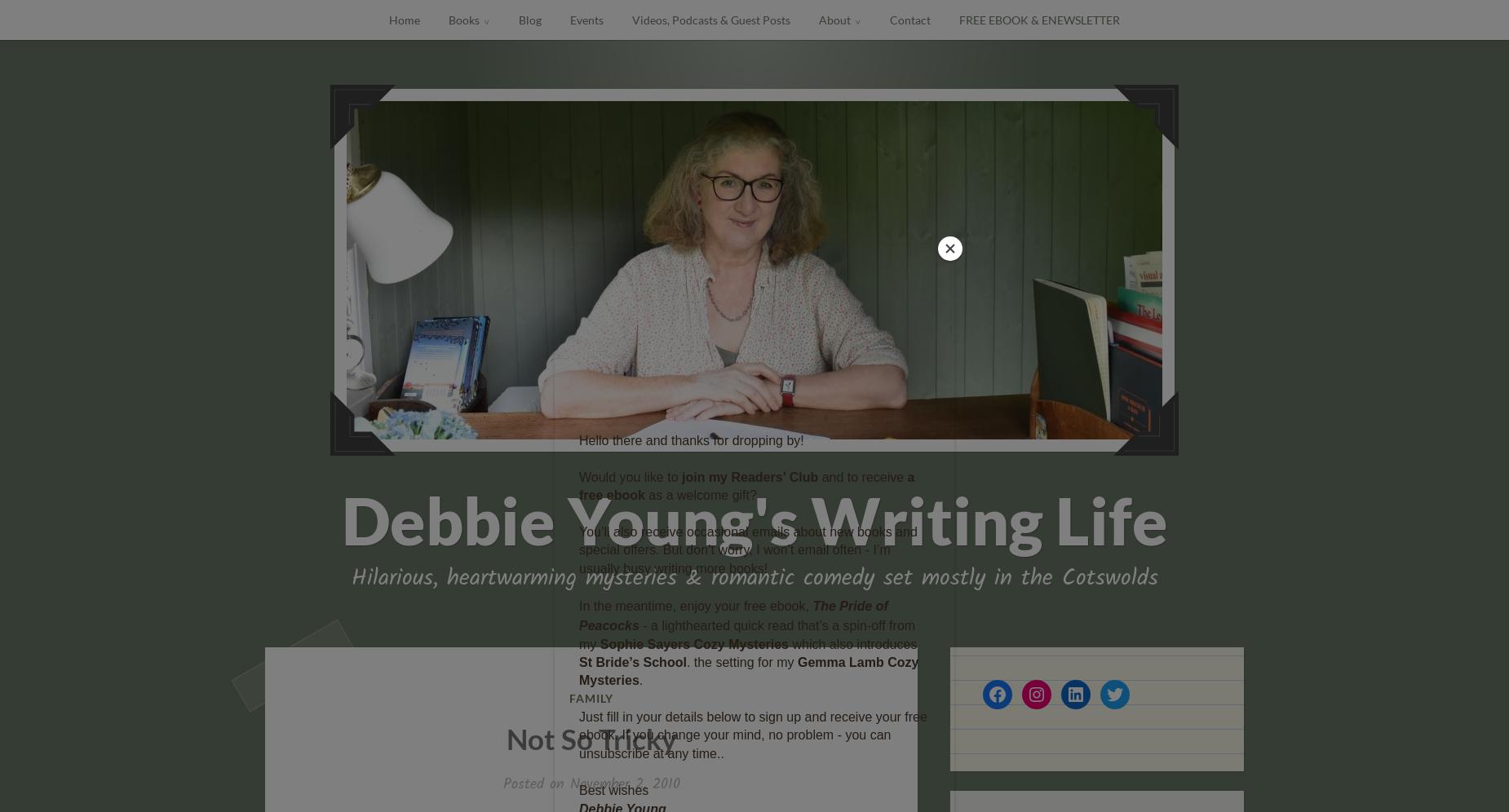 This screenshot has width=1509, height=812. What do you see at coordinates (754, 577) in the screenshot?
I see `'Hilarious, heartwarming mysteries & romantic comedy set mostly in the Cotswolds'` at bounding box center [754, 577].